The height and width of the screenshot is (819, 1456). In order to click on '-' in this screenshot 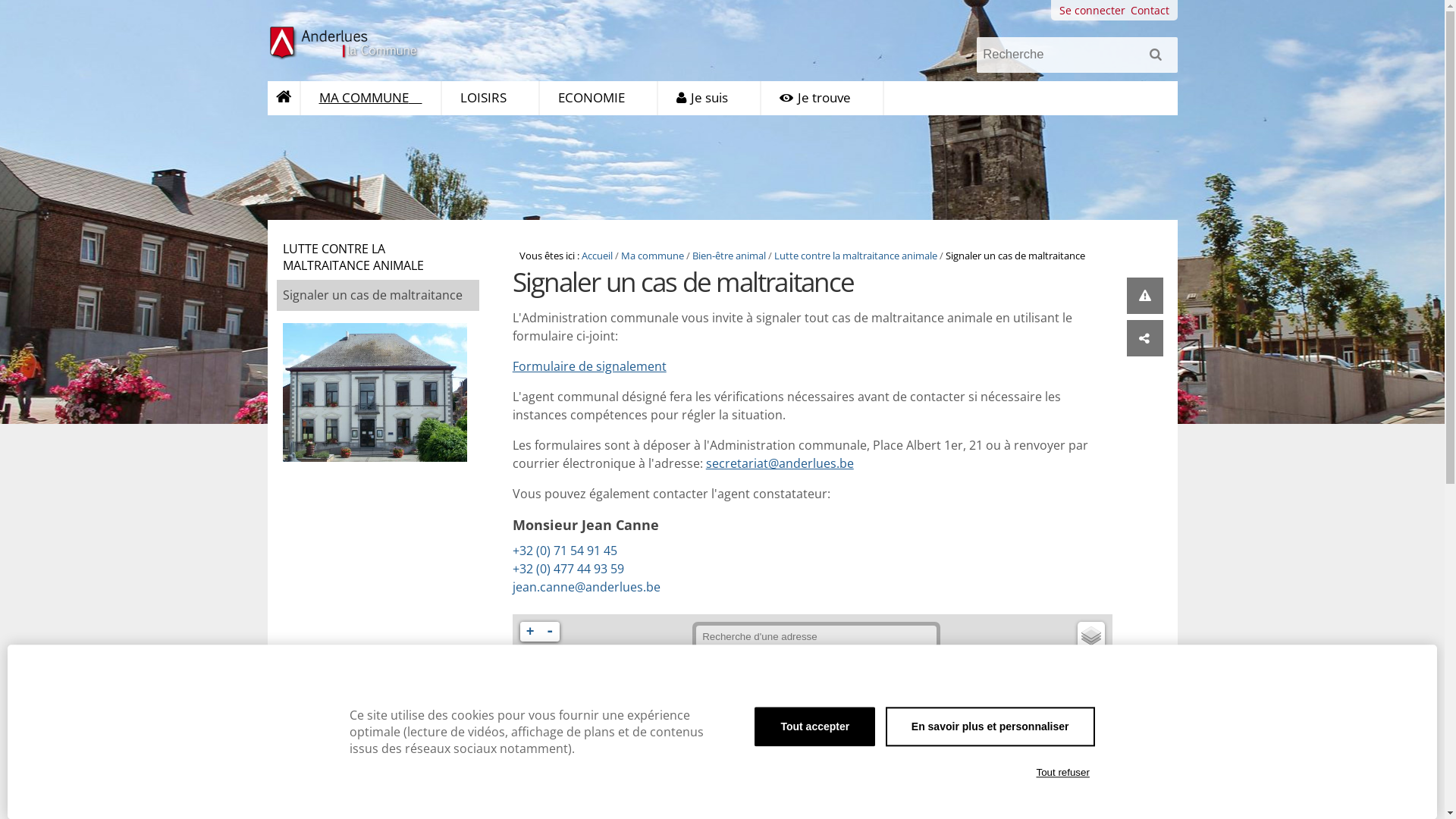, I will do `click(548, 632)`.